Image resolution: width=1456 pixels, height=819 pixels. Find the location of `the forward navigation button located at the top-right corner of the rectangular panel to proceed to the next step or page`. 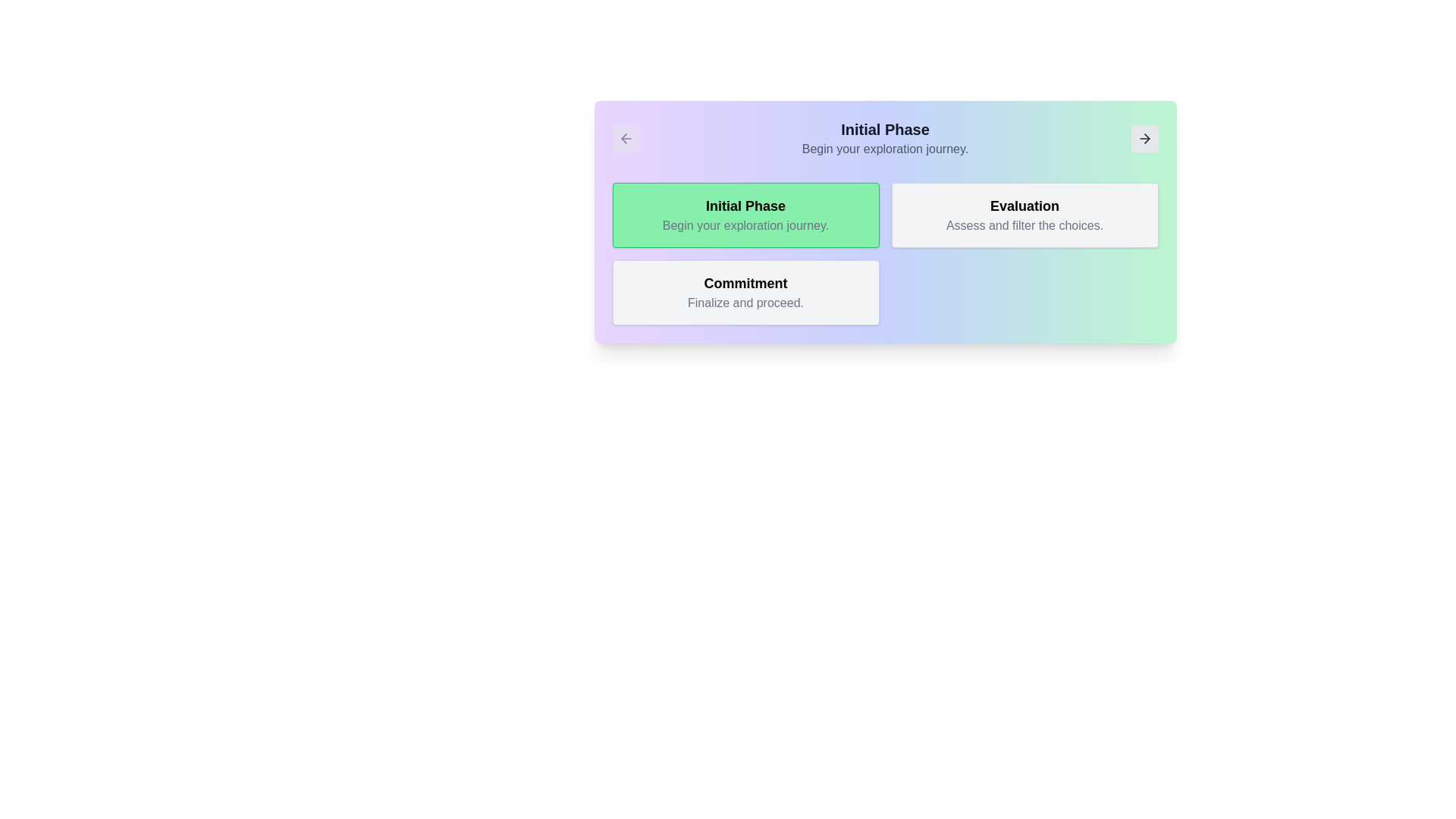

the forward navigation button located at the top-right corner of the rectangular panel to proceed to the next step or page is located at coordinates (1144, 138).